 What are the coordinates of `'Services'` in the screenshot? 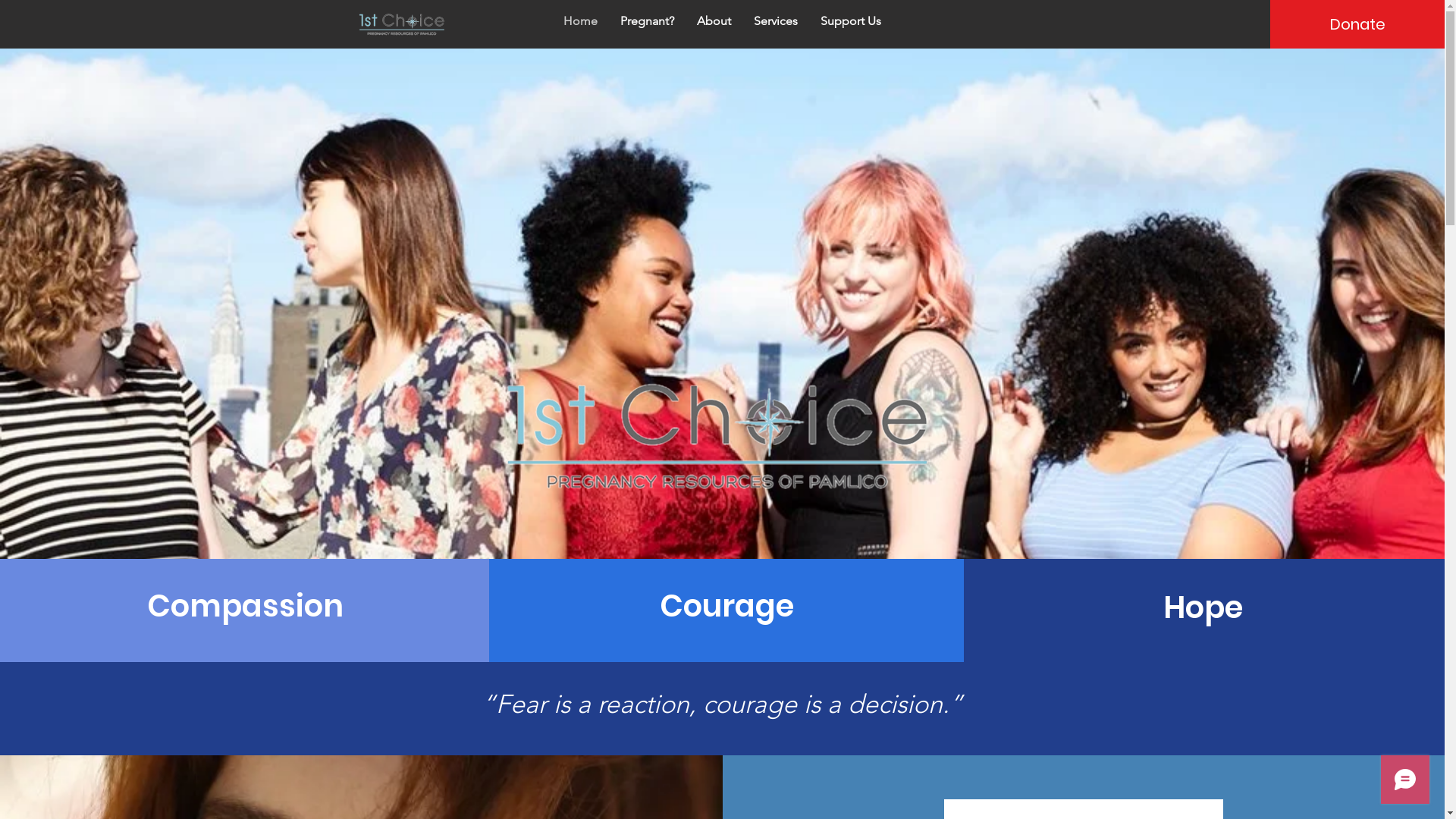 It's located at (775, 20).